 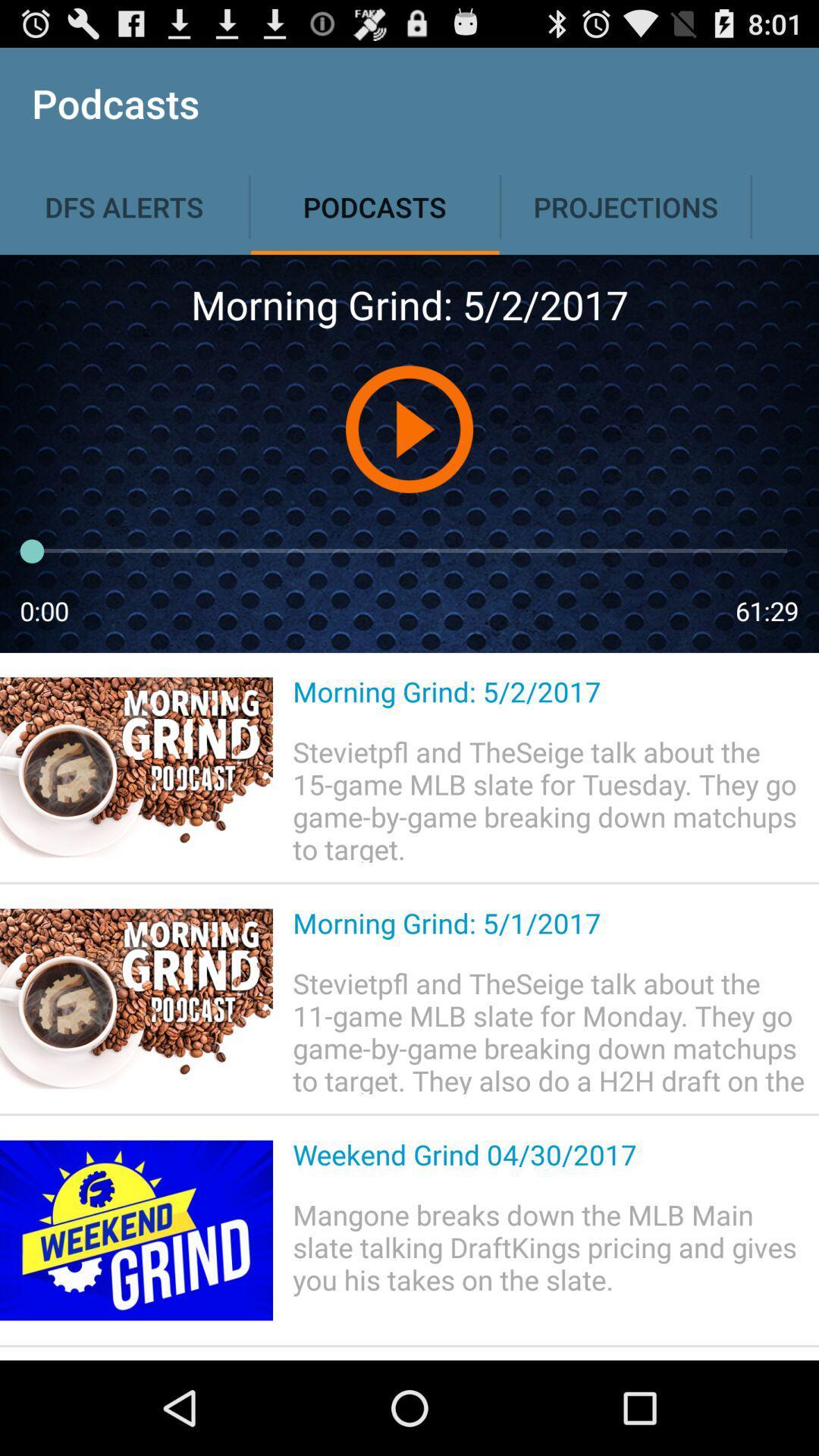 What do you see at coordinates (408, 458) in the screenshot?
I see `the play icon` at bounding box center [408, 458].